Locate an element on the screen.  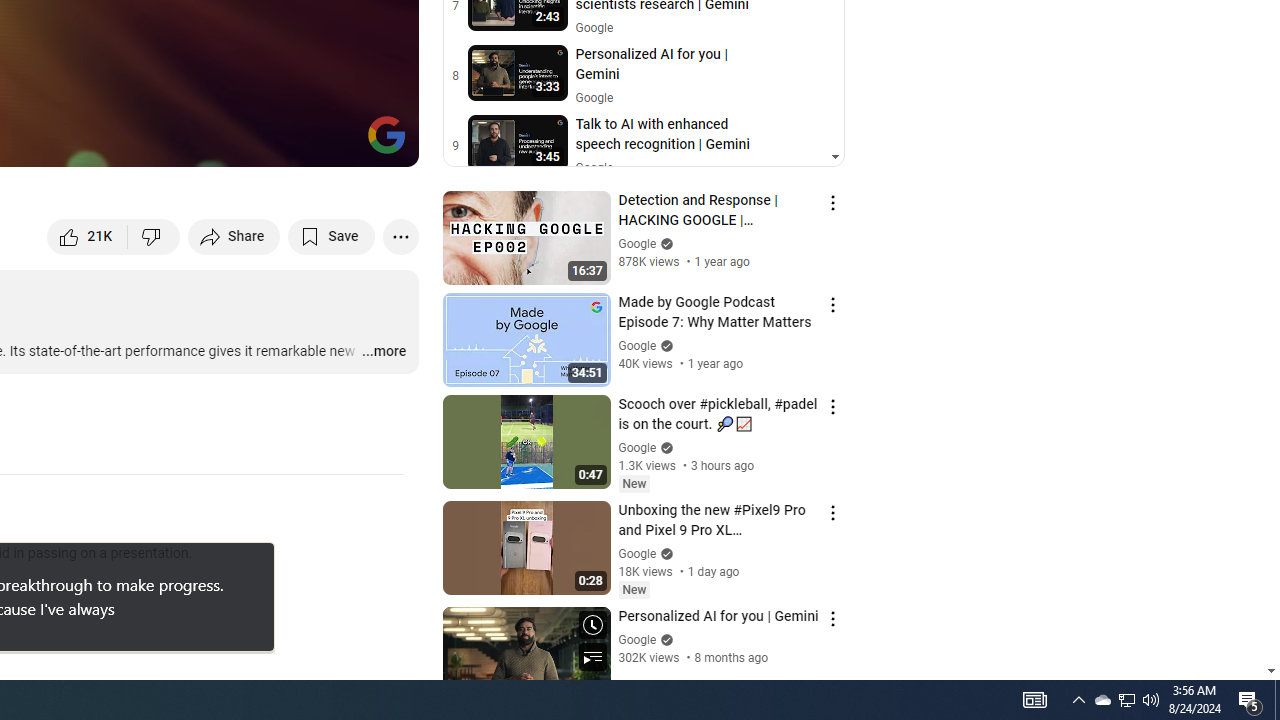
'...more' is located at coordinates (383, 351).